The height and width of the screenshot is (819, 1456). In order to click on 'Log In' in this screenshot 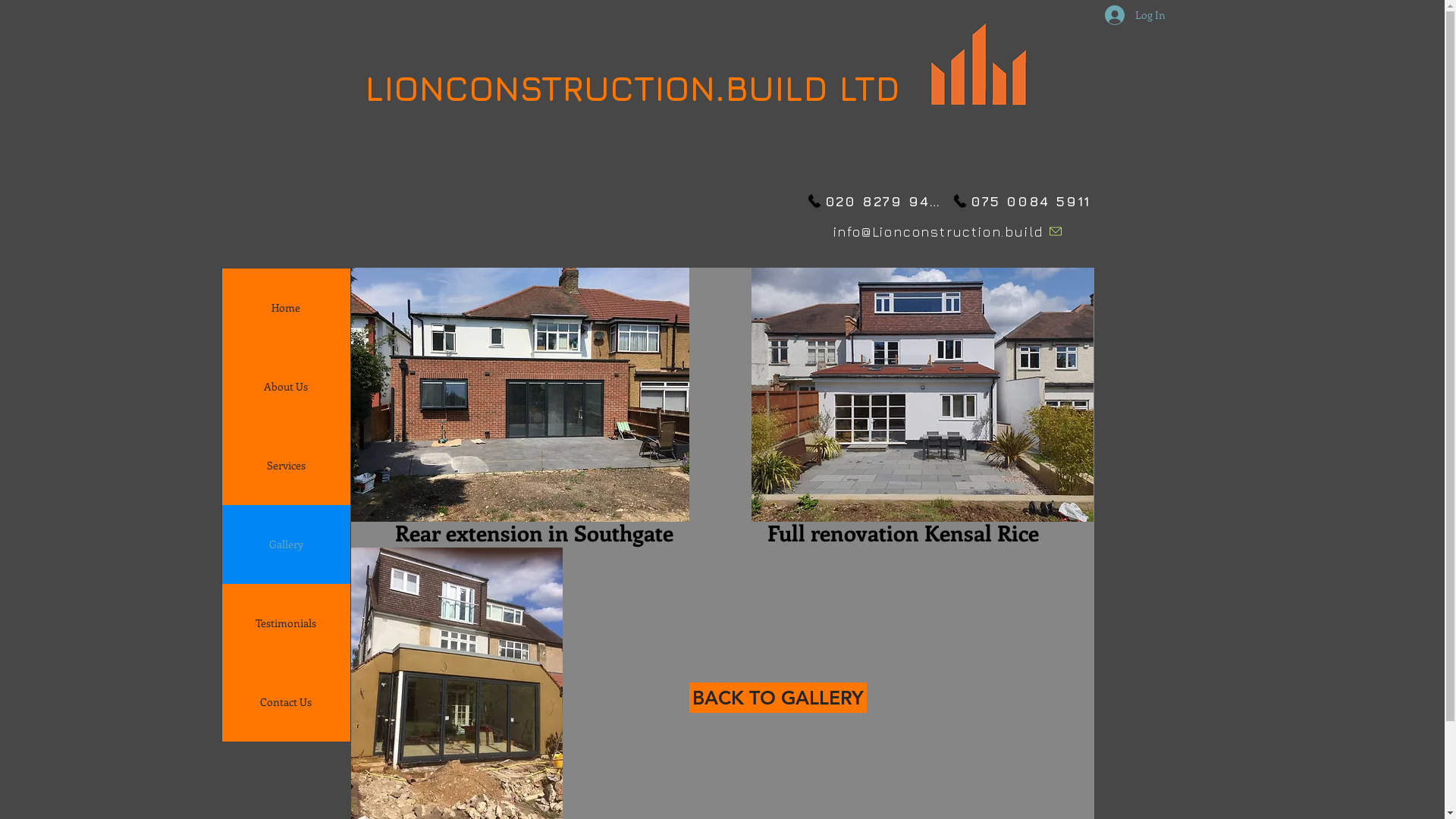, I will do `click(1093, 14)`.